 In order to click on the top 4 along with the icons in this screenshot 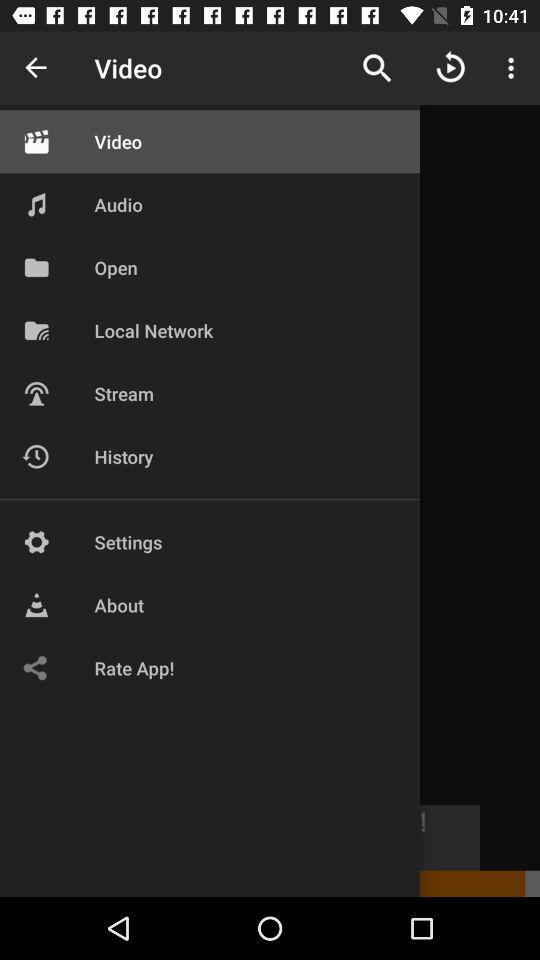, I will do `click(143, 252)`.